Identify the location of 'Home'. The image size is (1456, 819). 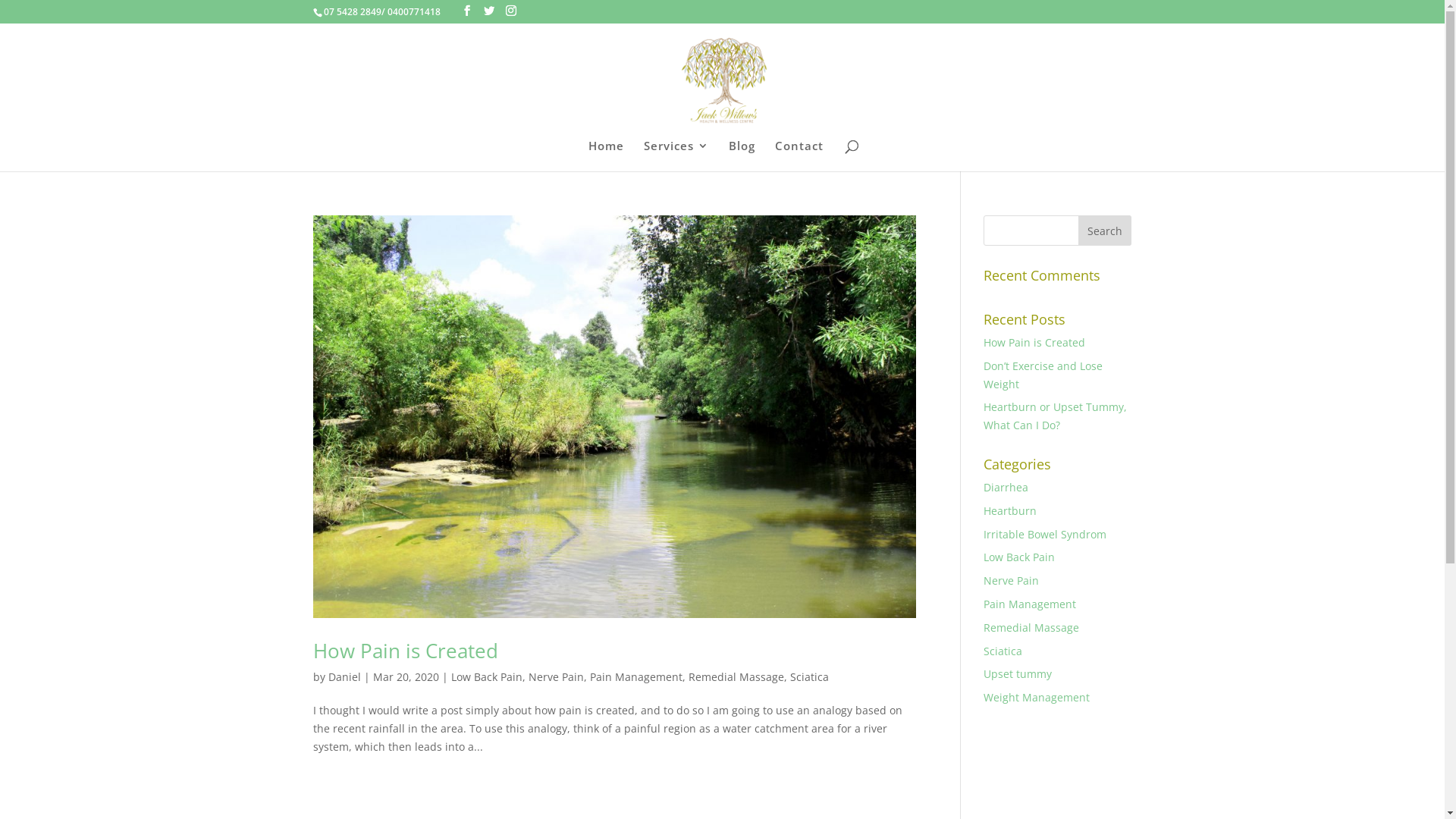
(605, 155).